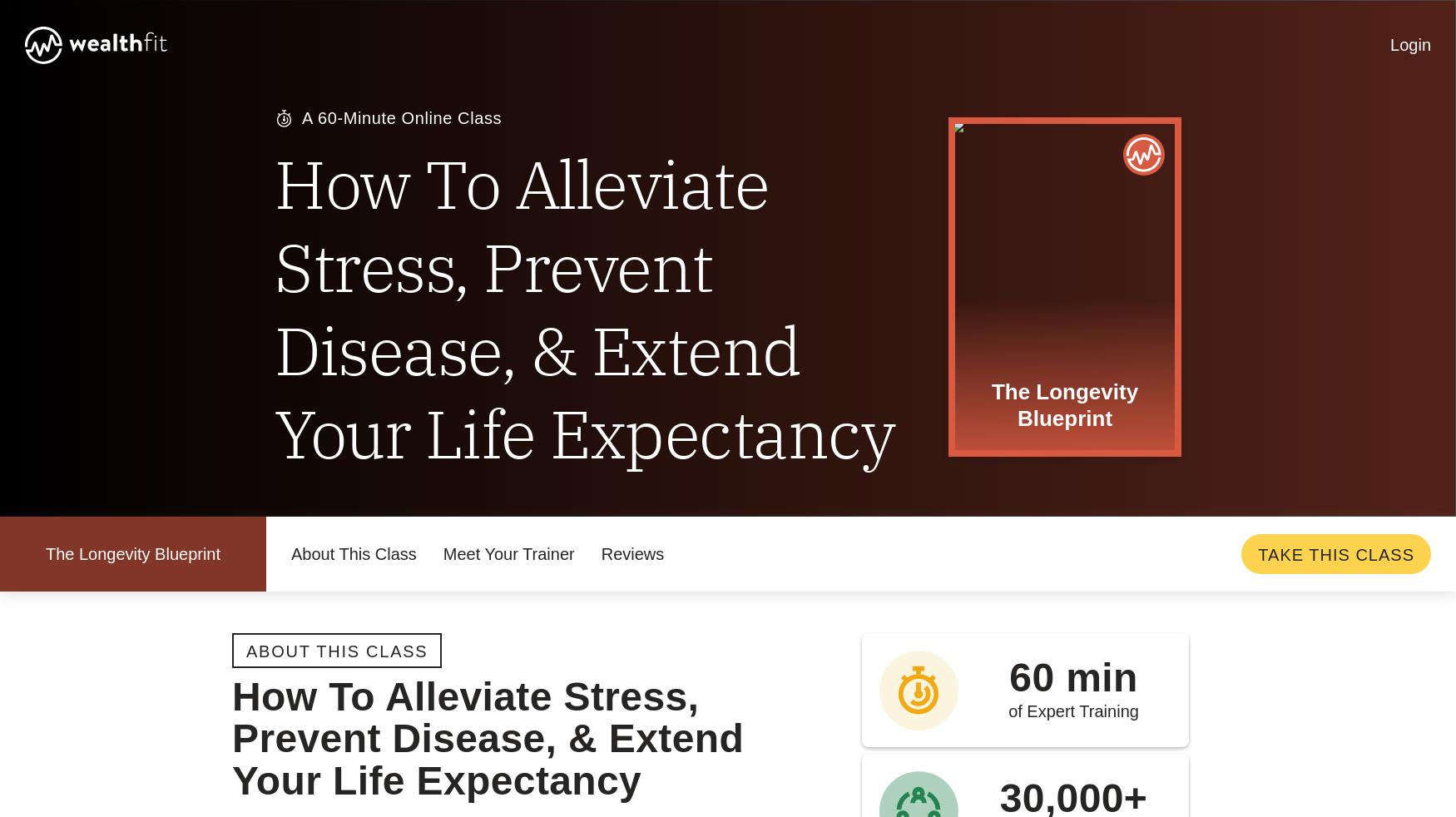  What do you see at coordinates (694, 154) in the screenshot?
I see `'What's included with Premium Membership?'` at bounding box center [694, 154].